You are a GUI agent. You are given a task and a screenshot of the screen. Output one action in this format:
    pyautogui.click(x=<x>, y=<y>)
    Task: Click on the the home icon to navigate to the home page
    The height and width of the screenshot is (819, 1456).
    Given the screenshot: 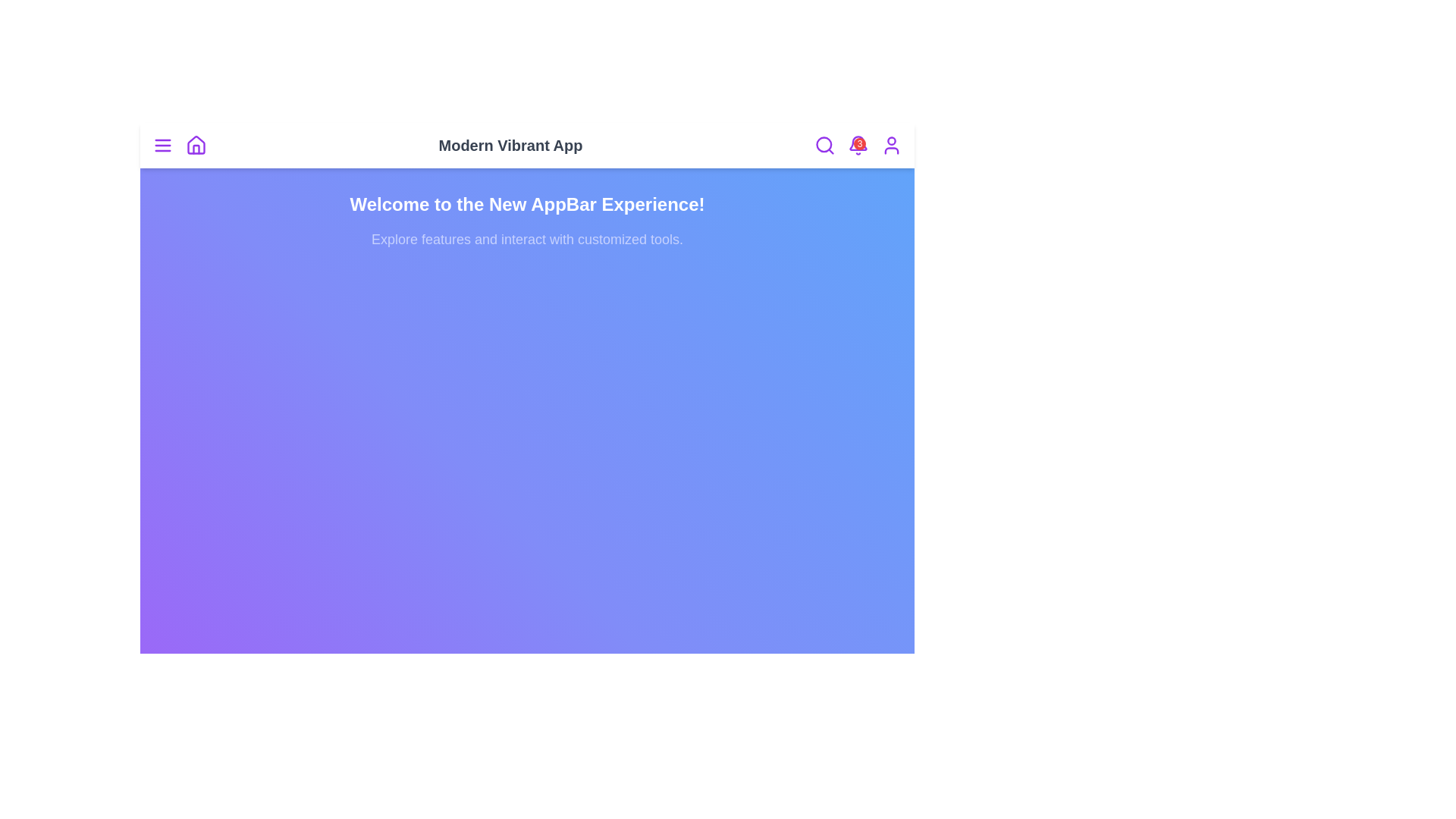 What is the action you would take?
    pyautogui.click(x=196, y=146)
    